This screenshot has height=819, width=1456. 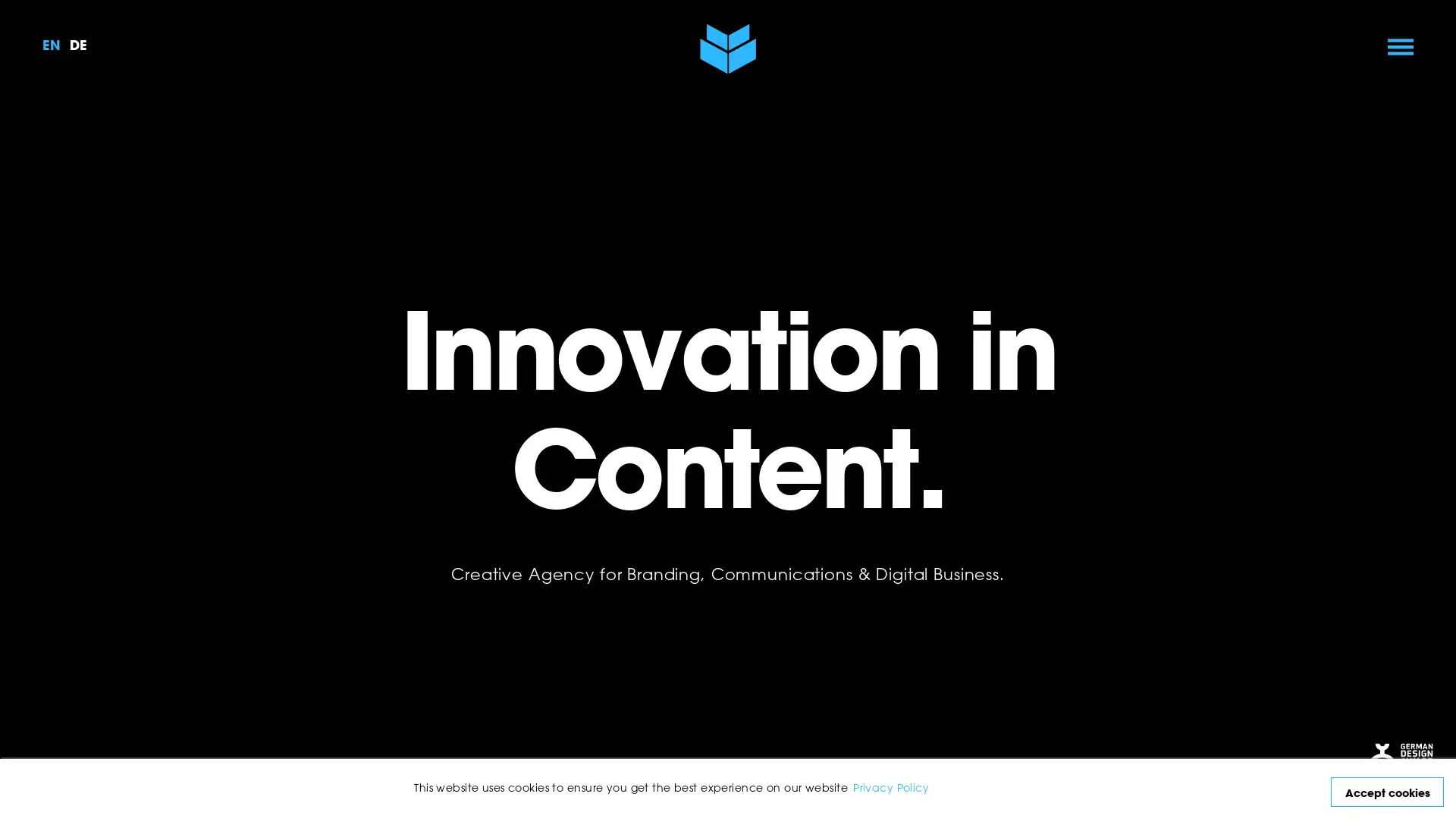 I want to click on Accept cookies, so click(x=1387, y=791).